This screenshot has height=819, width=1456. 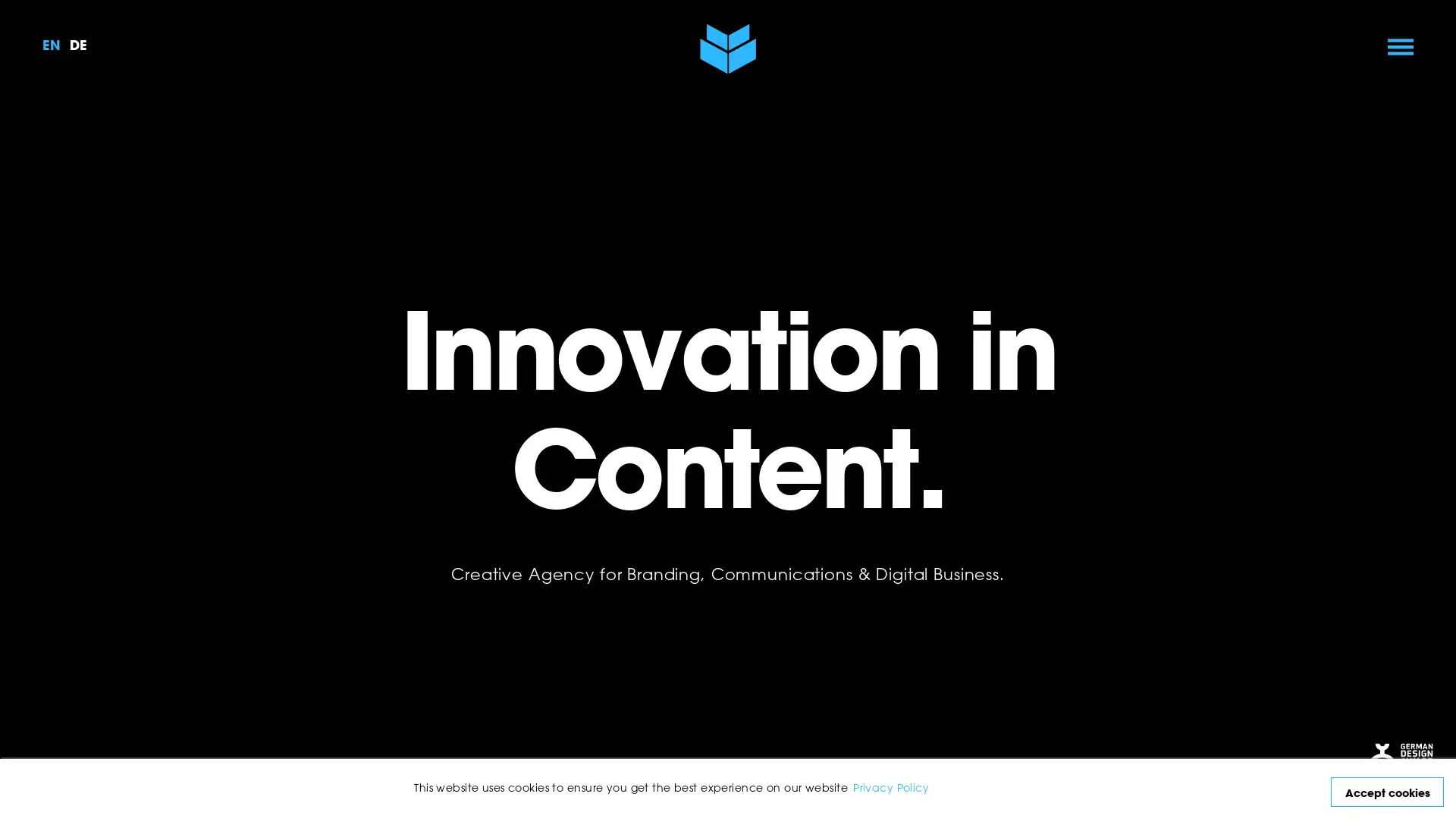 I want to click on Accept cookies, so click(x=1387, y=791).